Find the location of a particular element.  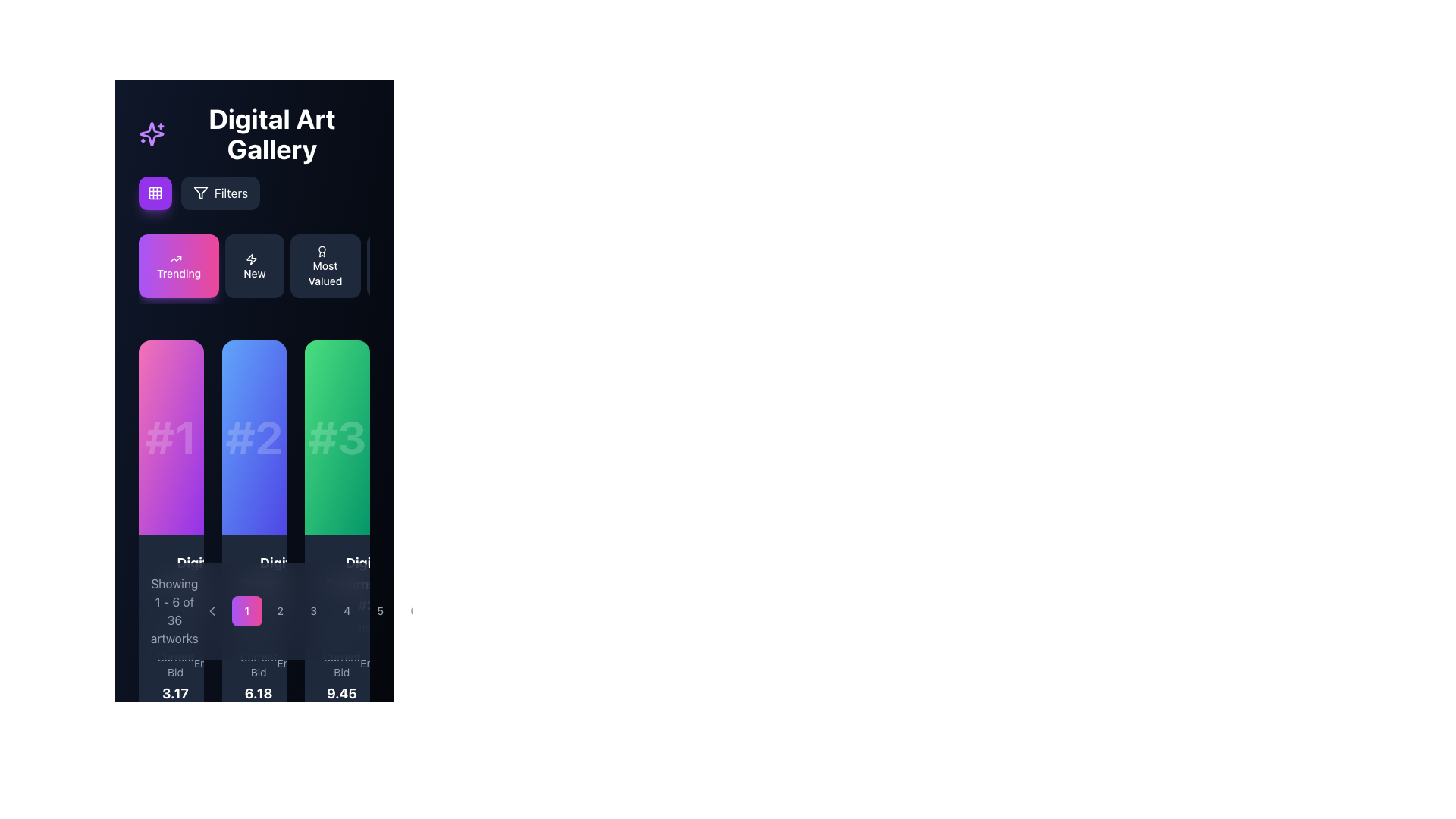

the rounded square button with a gradient background from purple to pink, containing the number '1' in white is located at coordinates (254, 610).